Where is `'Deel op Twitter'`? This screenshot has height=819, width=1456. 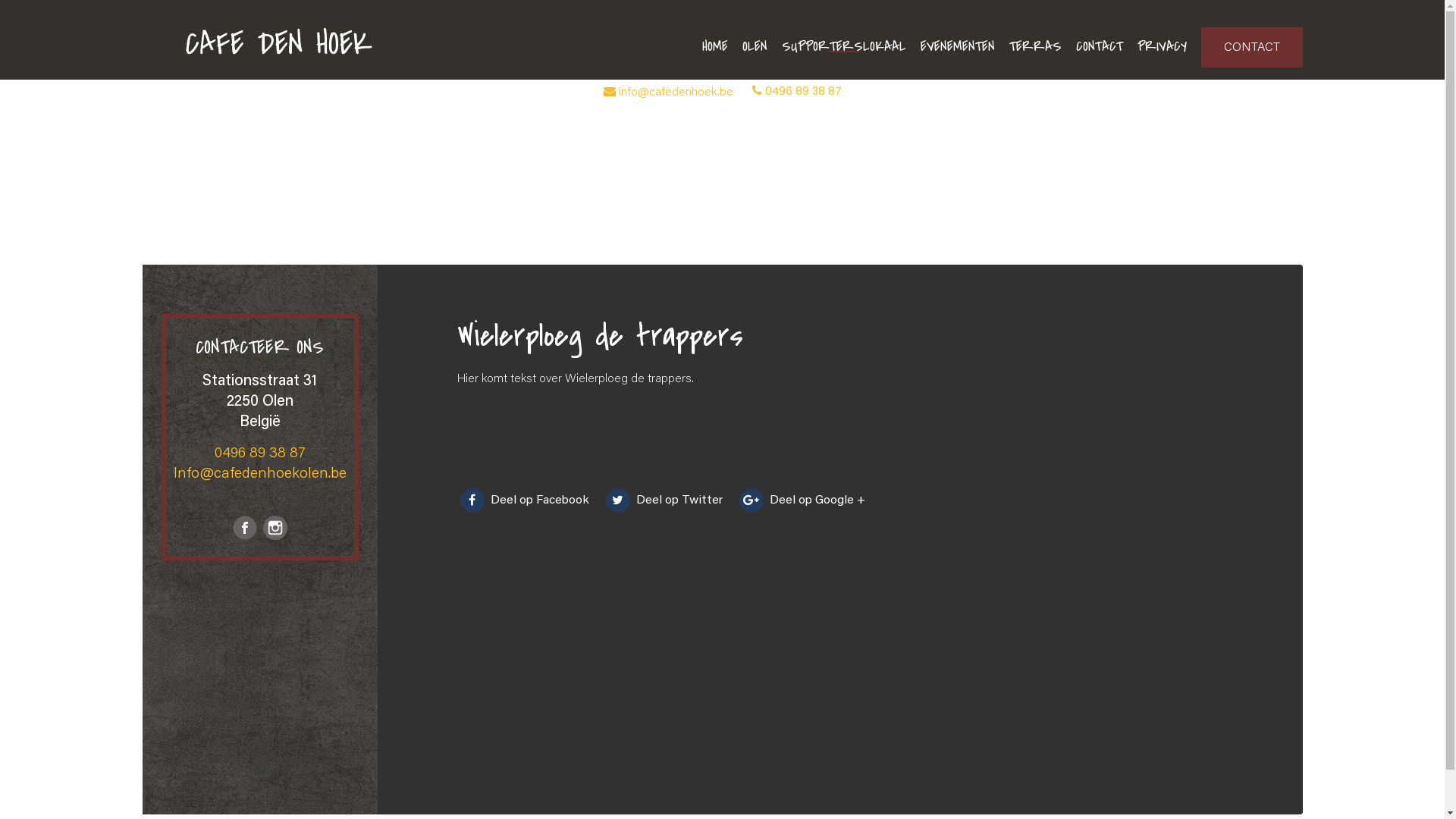 'Deel op Twitter' is located at coordinates (601, 500).